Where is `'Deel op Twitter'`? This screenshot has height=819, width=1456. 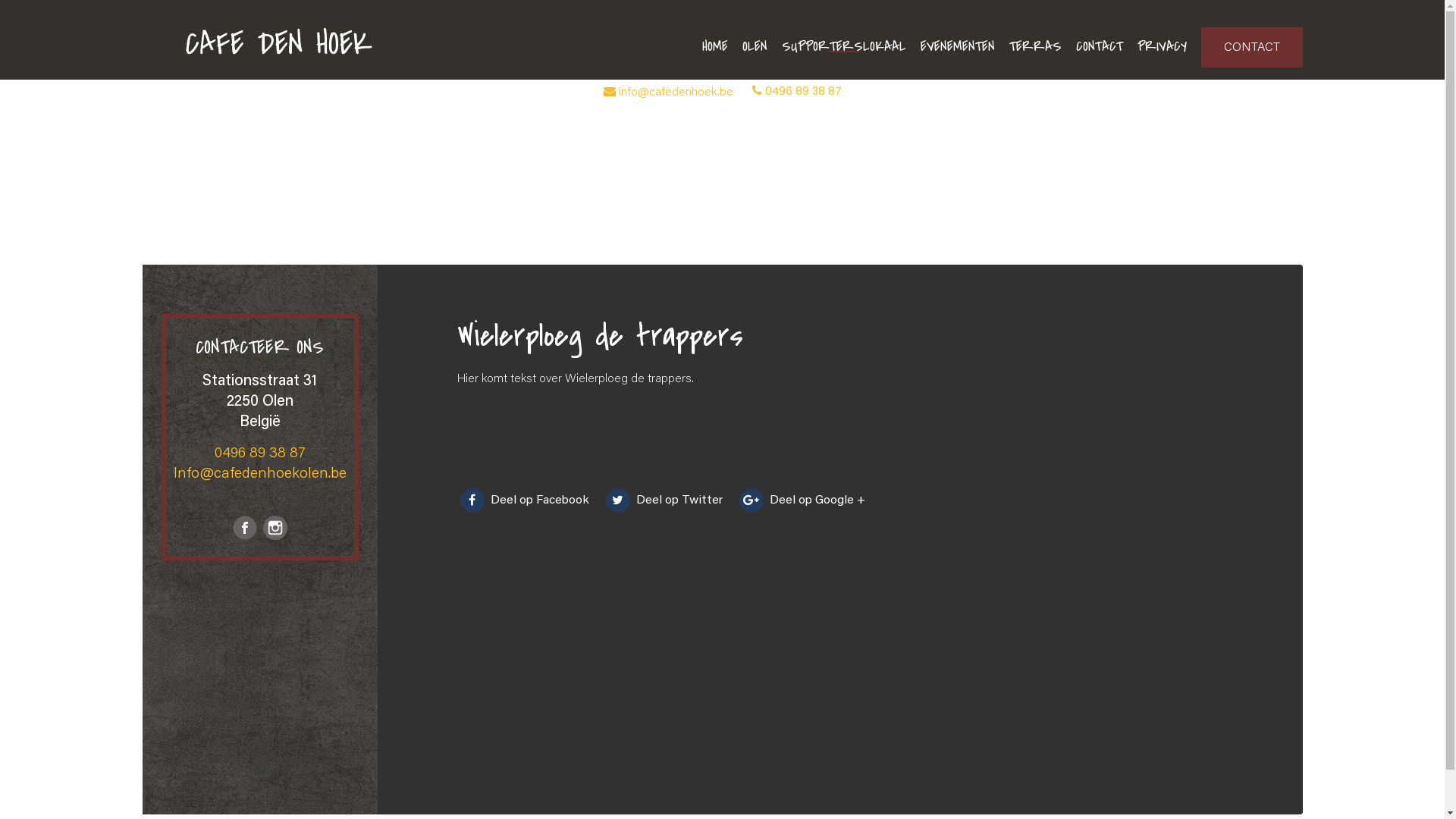 'Deel op Twitter' is located at coordinates (601, 500).